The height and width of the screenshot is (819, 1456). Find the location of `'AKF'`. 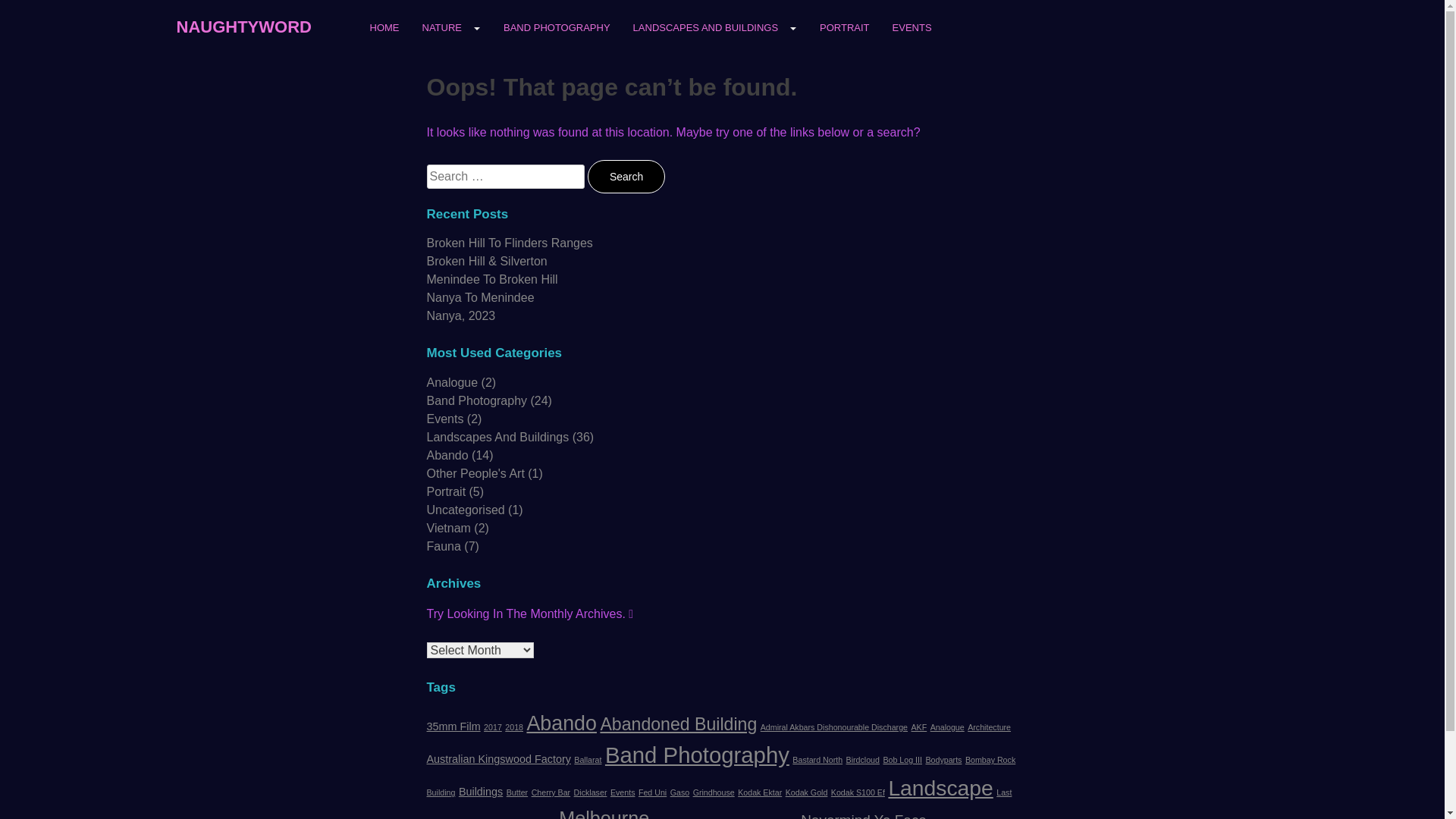

'AKF' is located at coordinates (918, 726).